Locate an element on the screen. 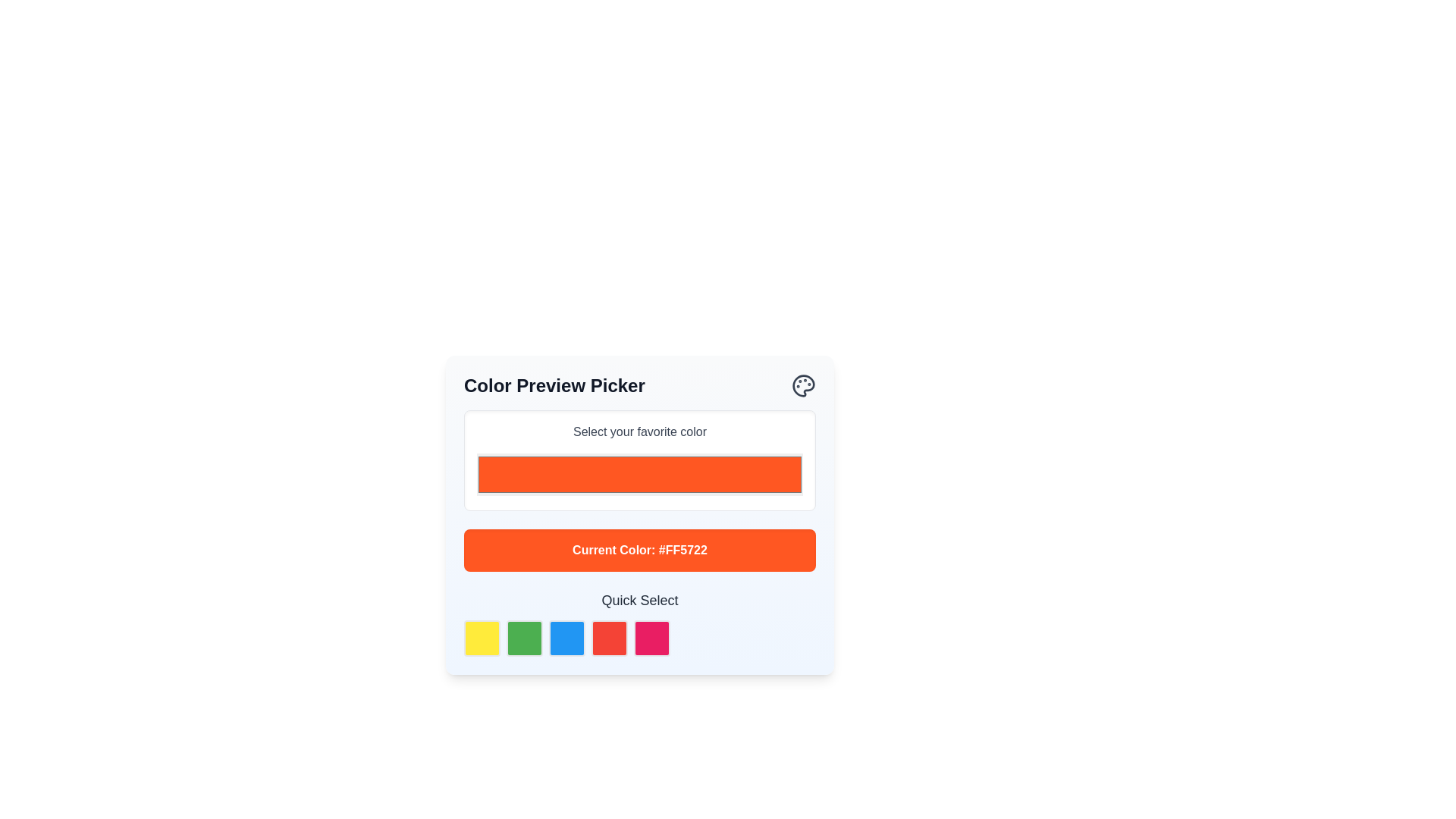 This screenshot has width=1456, height=819. the text label that reads 'Select your favorite color.' is located at coordinates (640, 432).